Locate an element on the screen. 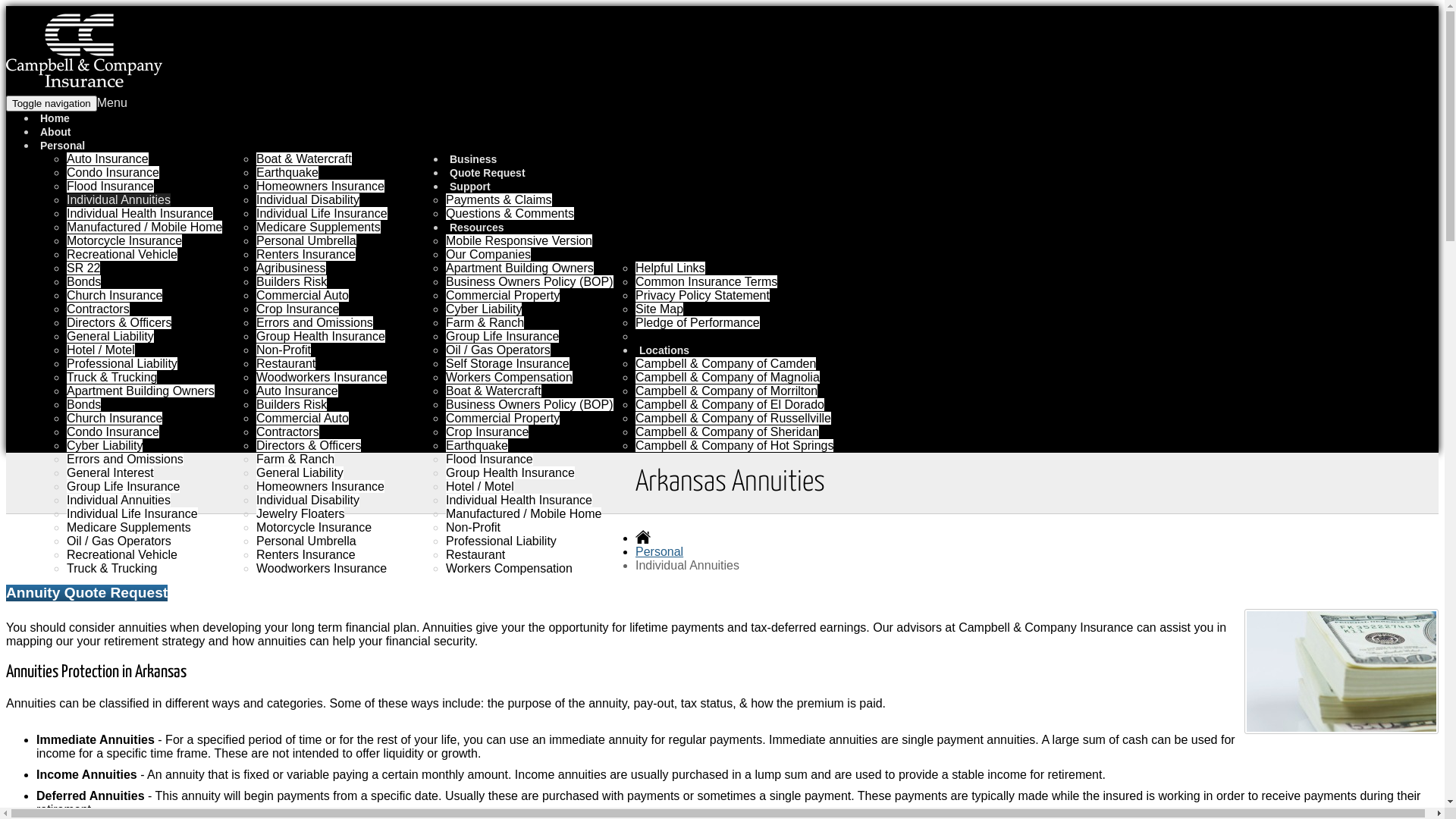  'Earthquake' is located at coordinates (287, 171).